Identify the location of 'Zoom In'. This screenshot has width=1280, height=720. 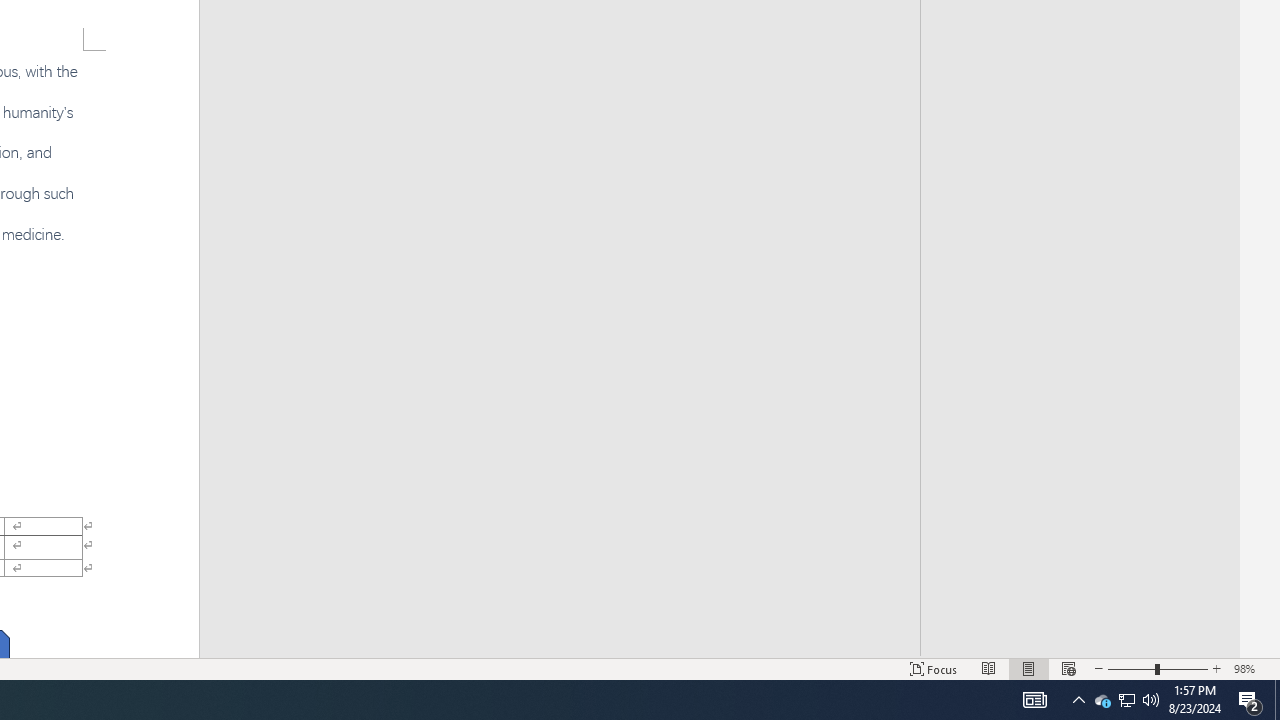
(1216, 669).